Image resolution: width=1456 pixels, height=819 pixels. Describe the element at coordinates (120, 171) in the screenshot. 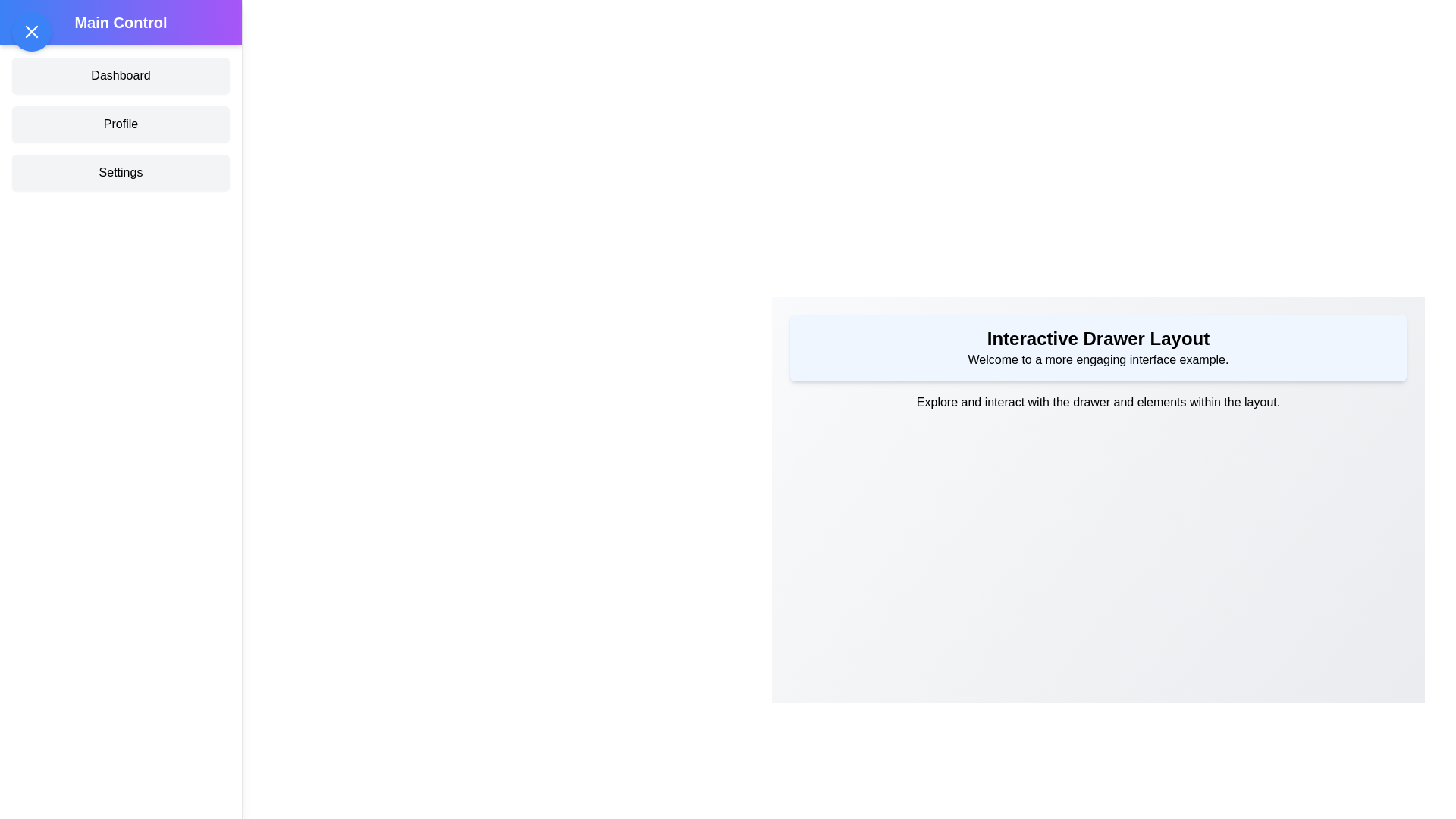

I see `the menu option Settings from the drawer` at that location.